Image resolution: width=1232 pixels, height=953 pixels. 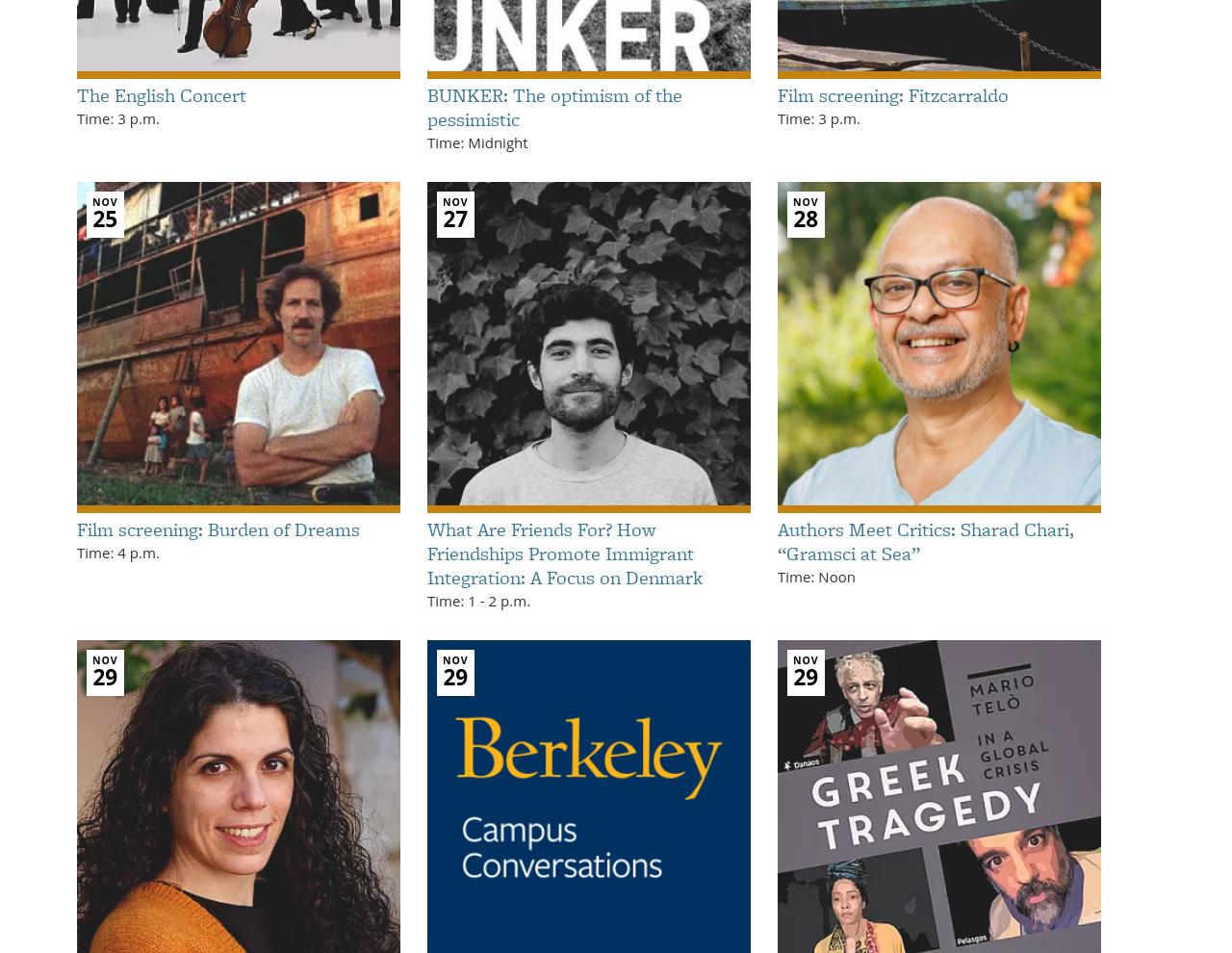 What do you see at coordinates (116, 552) in the screenshot?
I see `'Time: 4 p.m.'` at bounding box center [116, 552].